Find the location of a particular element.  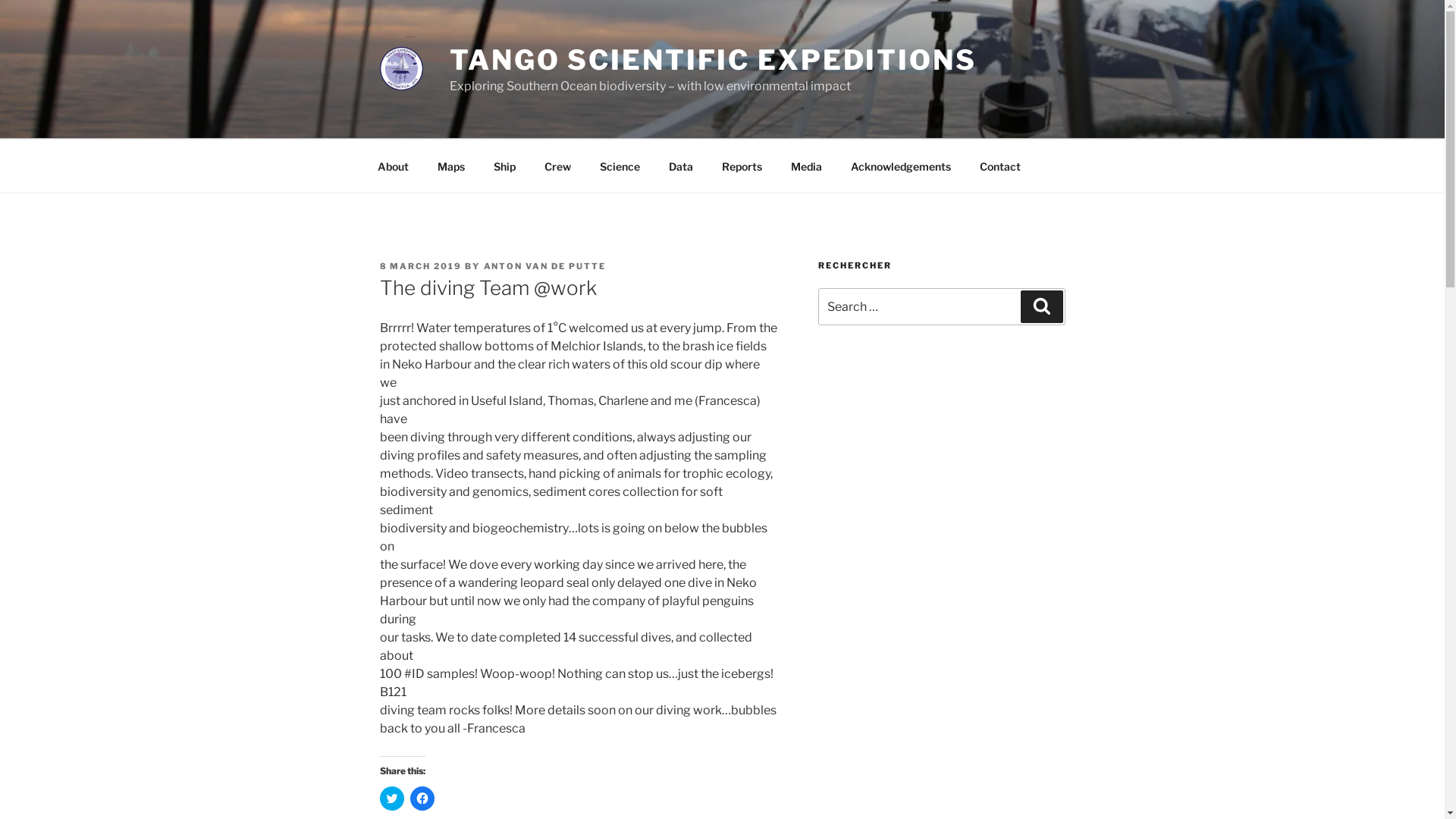

'Acknowledgements' is located at coordinates (900, 165).